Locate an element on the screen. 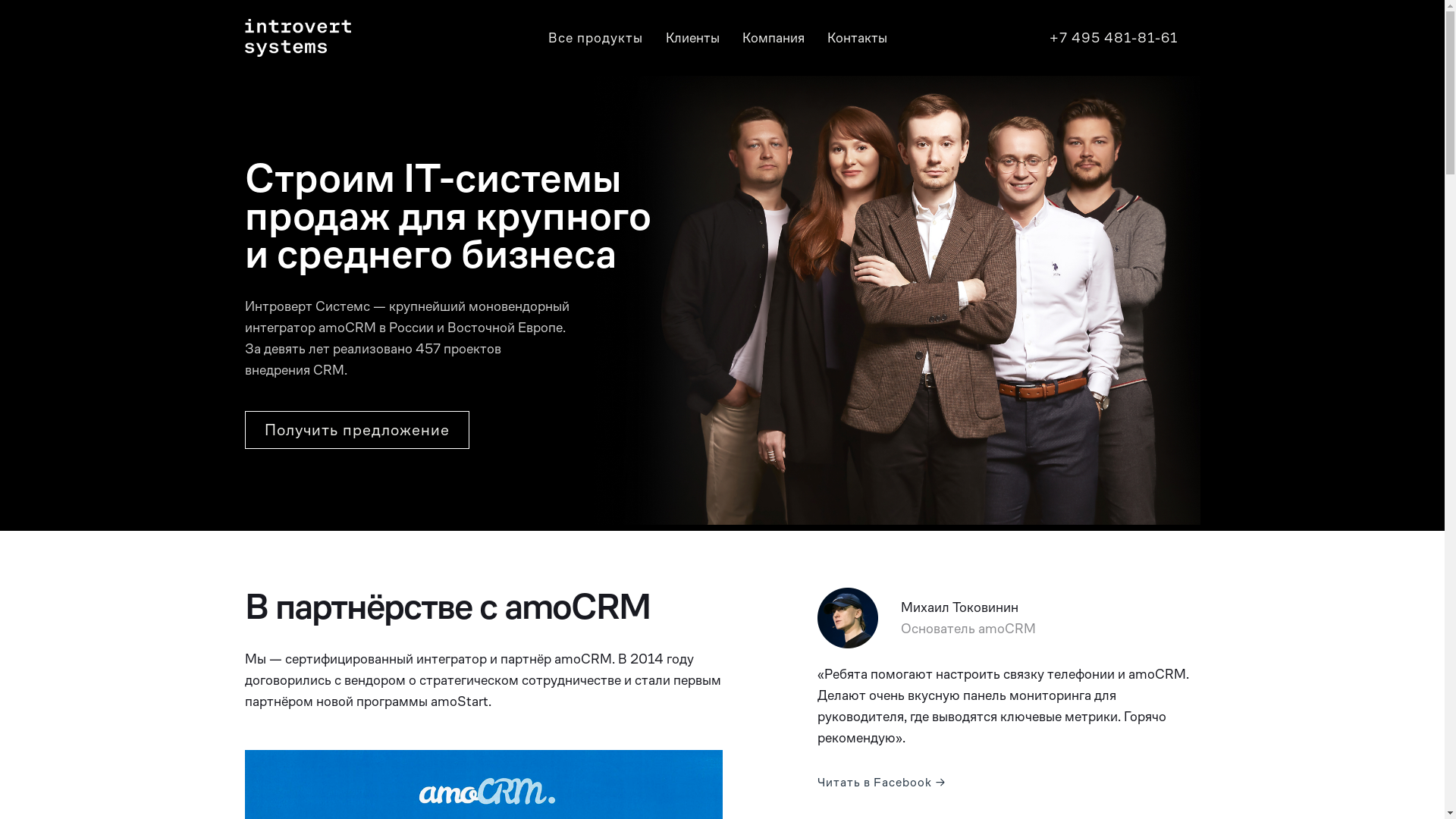 This screenshot has width=1456, height=819. '+7 495 481-81-61' is located at coordinates (1048, 37).